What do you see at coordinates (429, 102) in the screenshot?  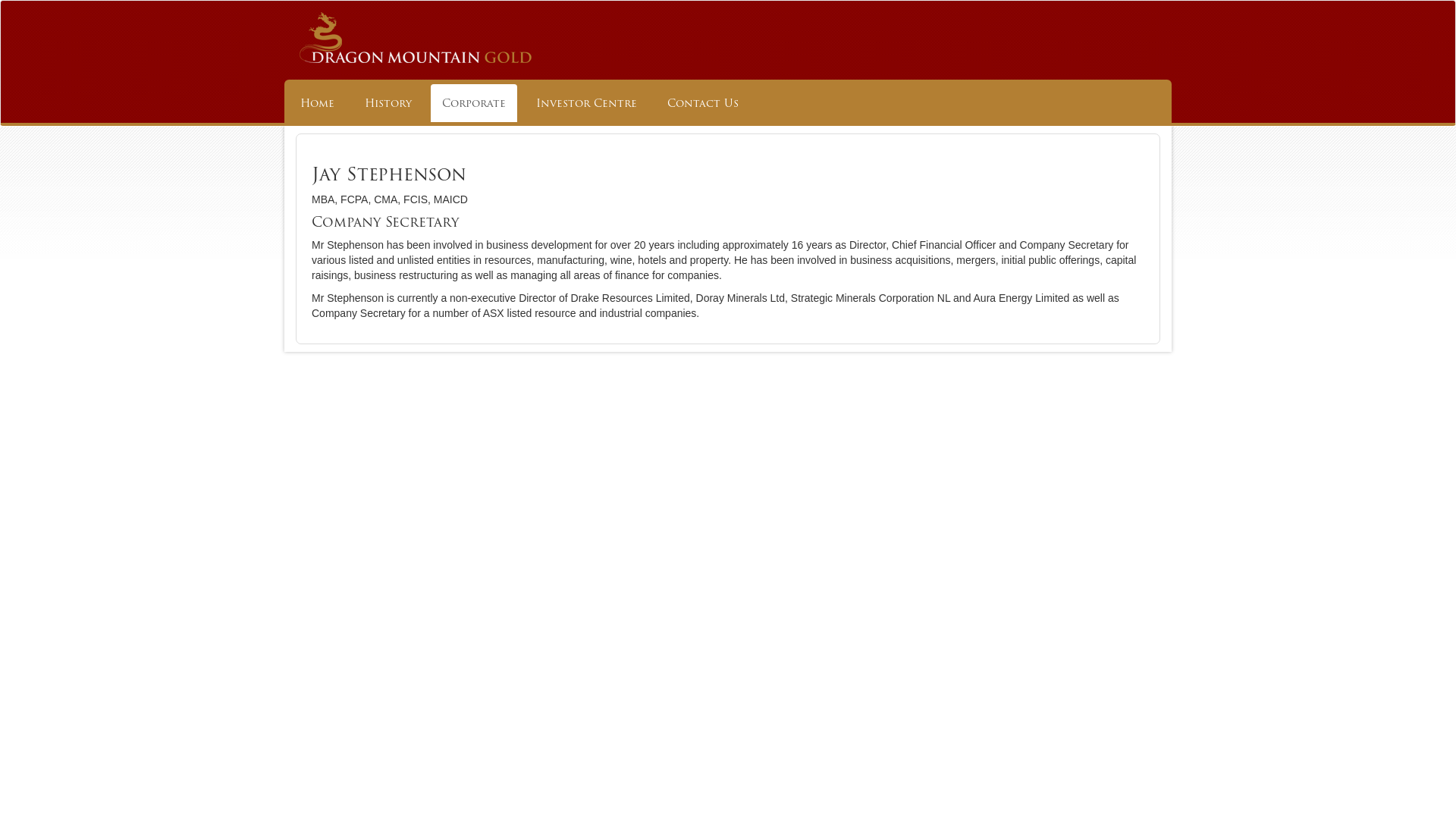 I see `'Corporate'` at bounding box center [429, 102].